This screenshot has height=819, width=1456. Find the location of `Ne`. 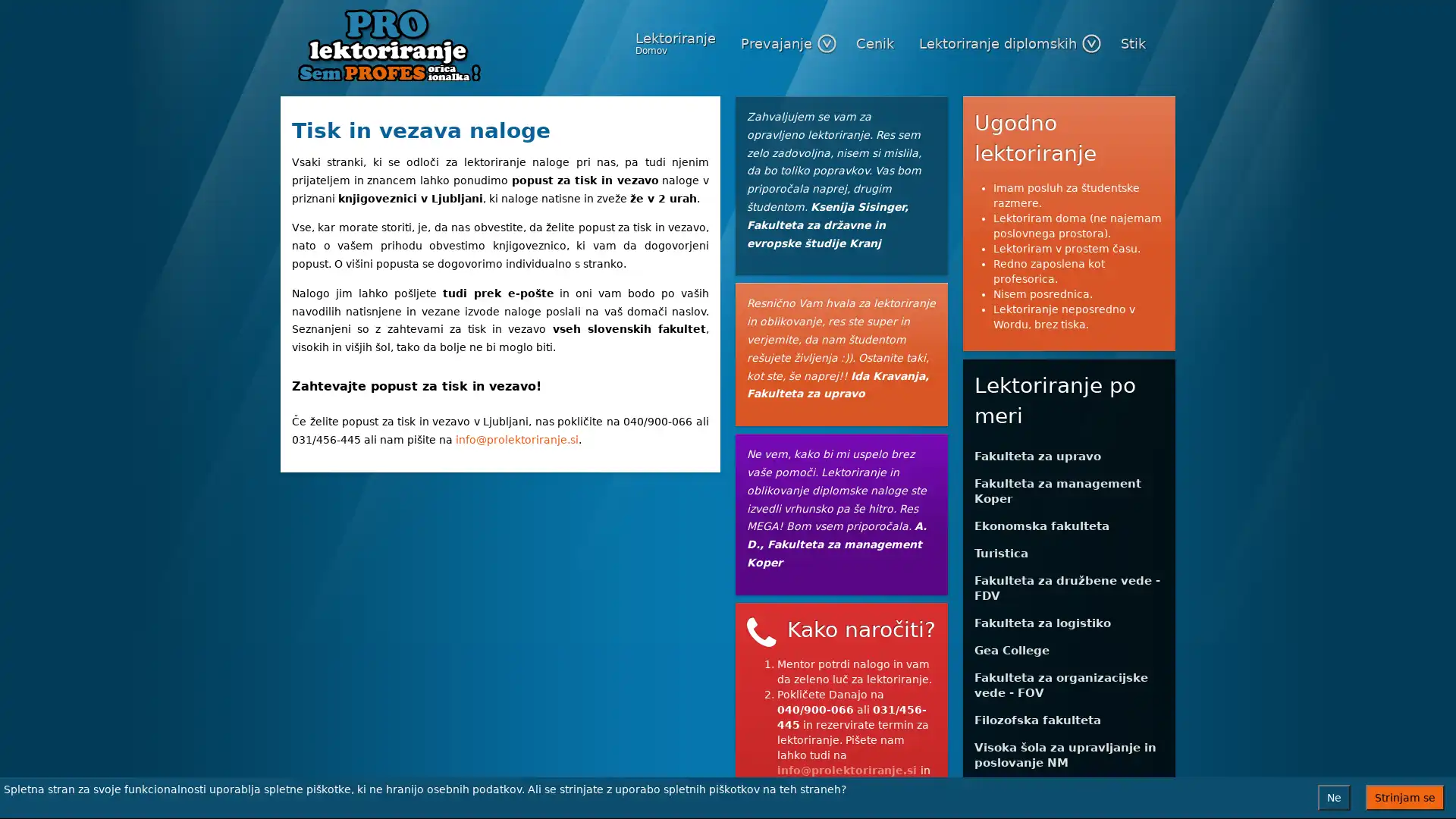

Ne is located at coordinates (1333, 797).